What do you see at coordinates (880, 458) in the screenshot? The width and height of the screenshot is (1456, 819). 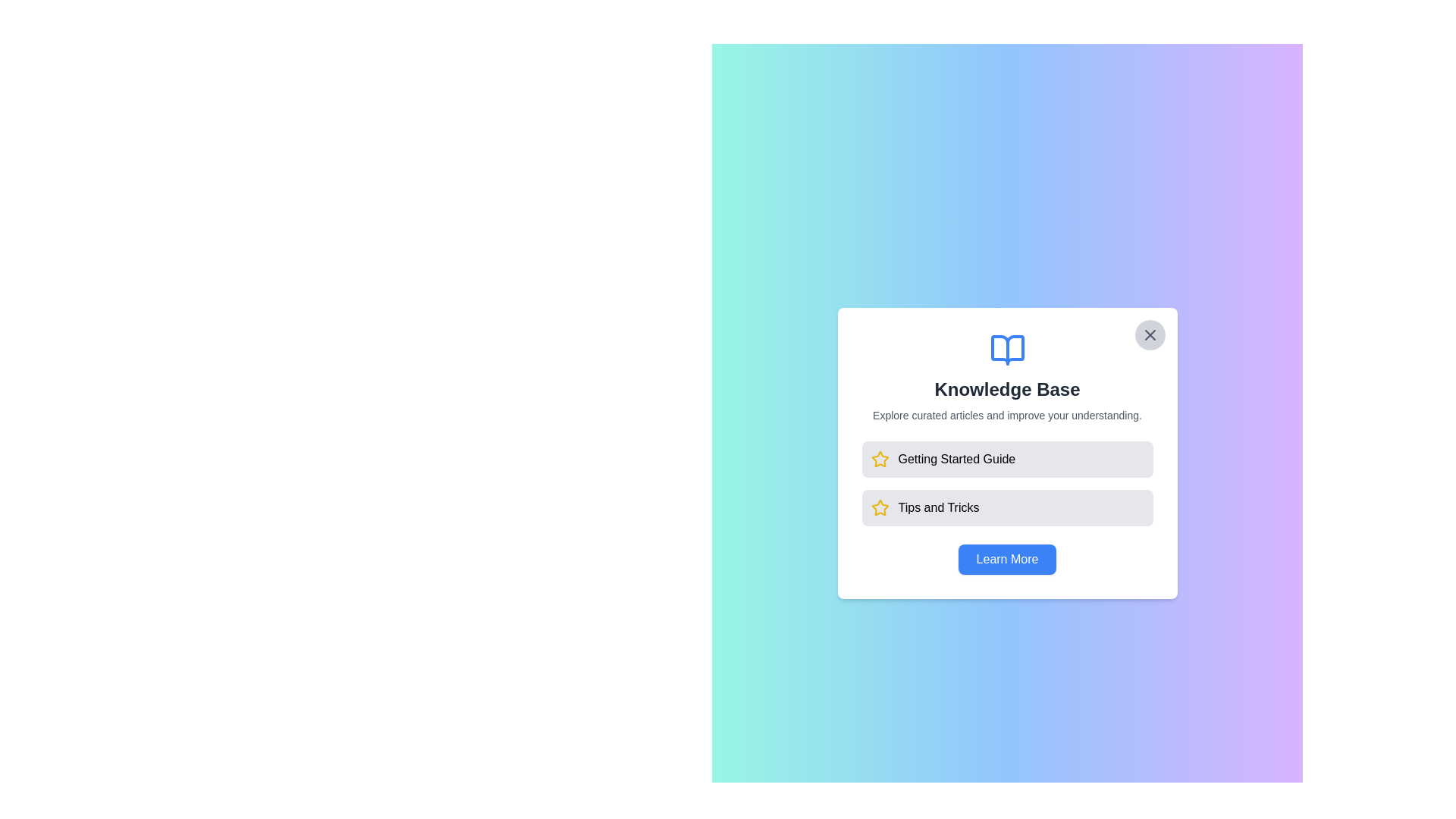 I see `the presence of the star-shaped icon with a yellow fill and outline located in the 'Tips and Tricks' section of the modal window` at bounding box center [880, 458].